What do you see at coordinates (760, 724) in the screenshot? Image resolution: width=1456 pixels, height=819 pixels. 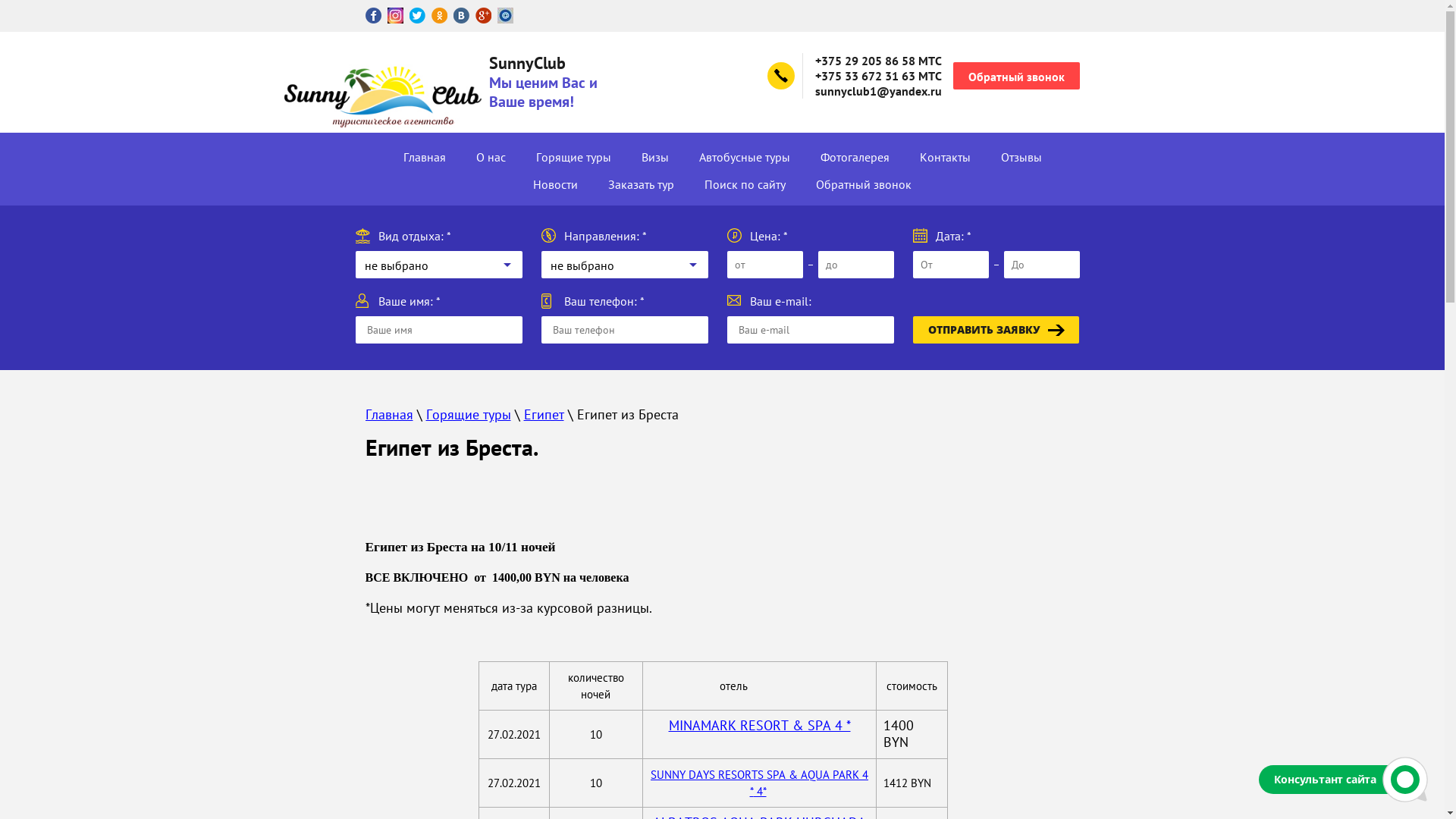 I see `'MINAMARK RESORT & SPA 4 *'` at bounding box center [760, 724].